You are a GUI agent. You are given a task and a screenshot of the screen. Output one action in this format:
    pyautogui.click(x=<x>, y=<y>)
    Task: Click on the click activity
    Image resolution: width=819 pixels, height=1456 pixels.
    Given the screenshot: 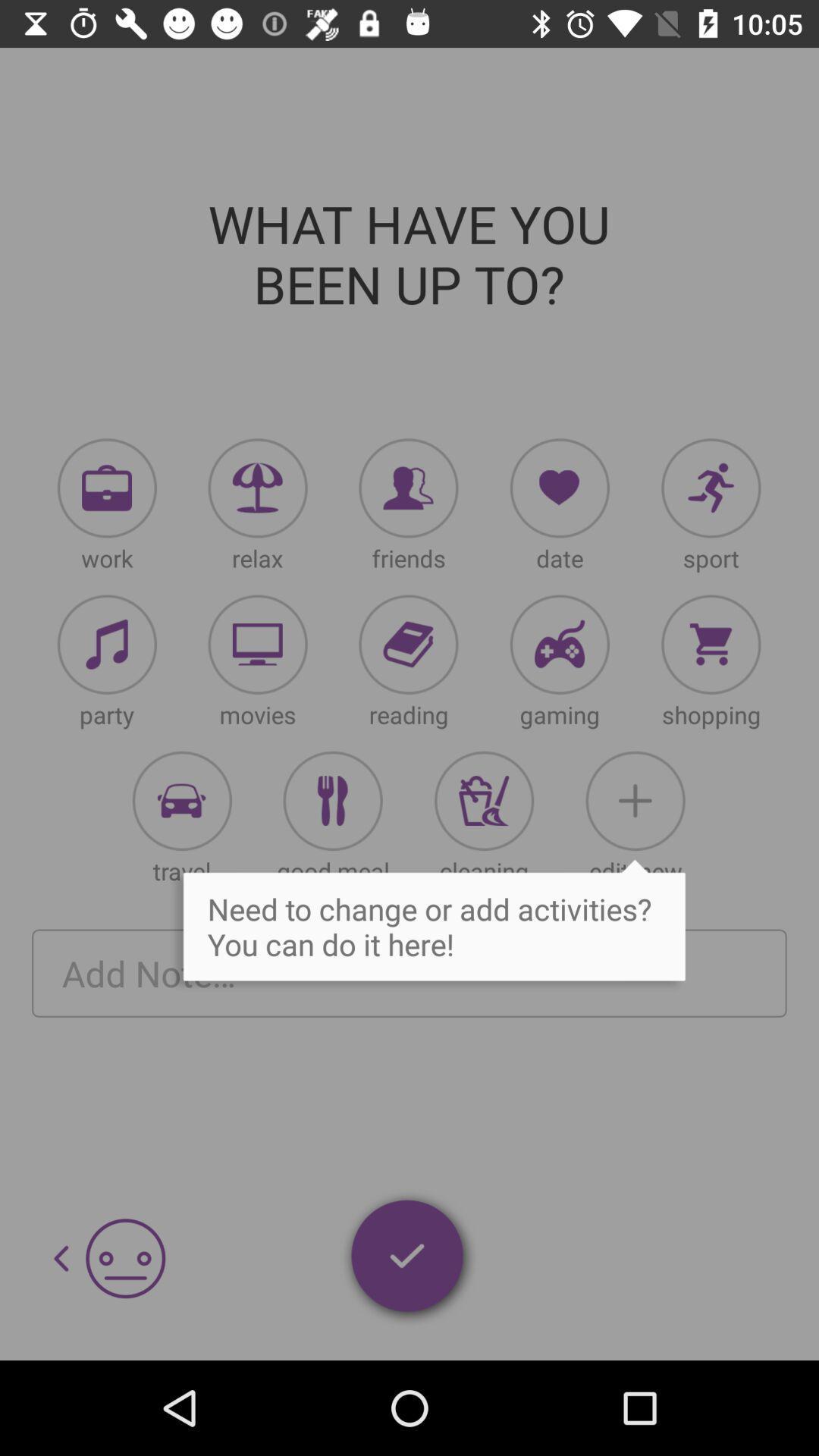 What is the action you would take?
    pyautogui.click(x=106, y=645)
    